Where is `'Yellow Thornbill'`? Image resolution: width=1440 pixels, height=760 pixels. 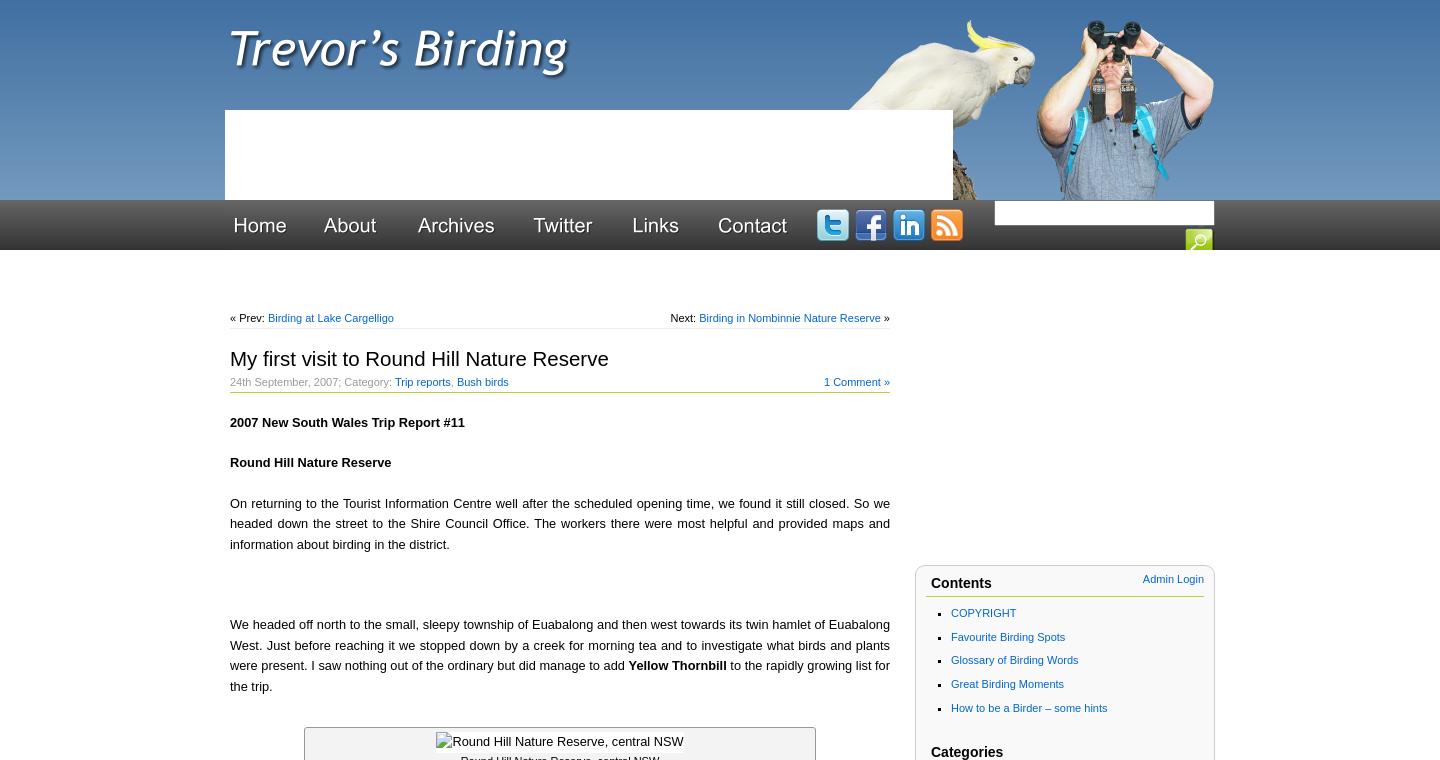 'Yellow Thornbill' is located at coordinates (676, 664).